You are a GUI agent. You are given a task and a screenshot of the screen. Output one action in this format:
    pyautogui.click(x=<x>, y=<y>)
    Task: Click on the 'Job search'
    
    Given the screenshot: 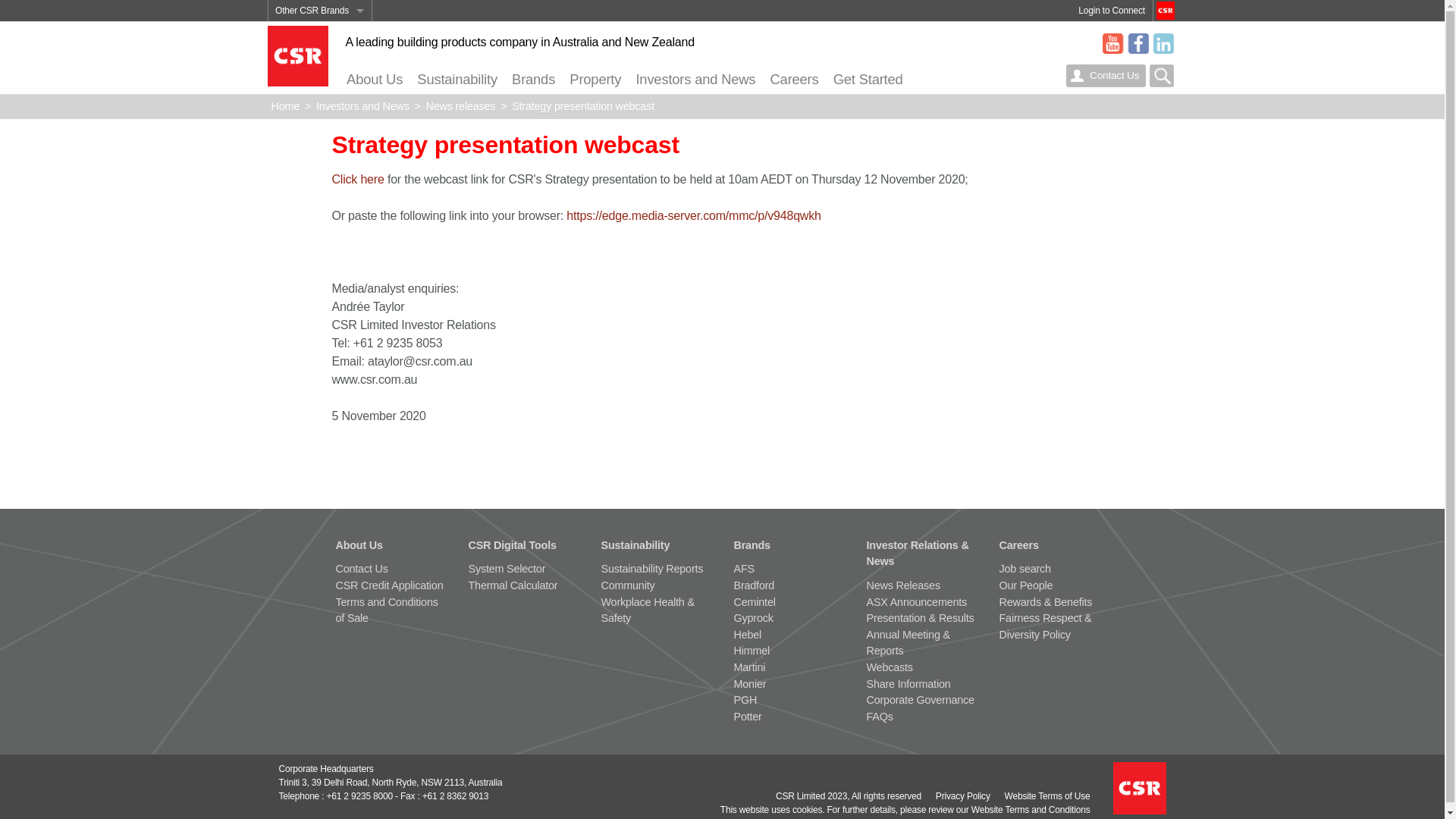 What is the action you would take?
    pyautogui.click(x=1025, y=568)
    